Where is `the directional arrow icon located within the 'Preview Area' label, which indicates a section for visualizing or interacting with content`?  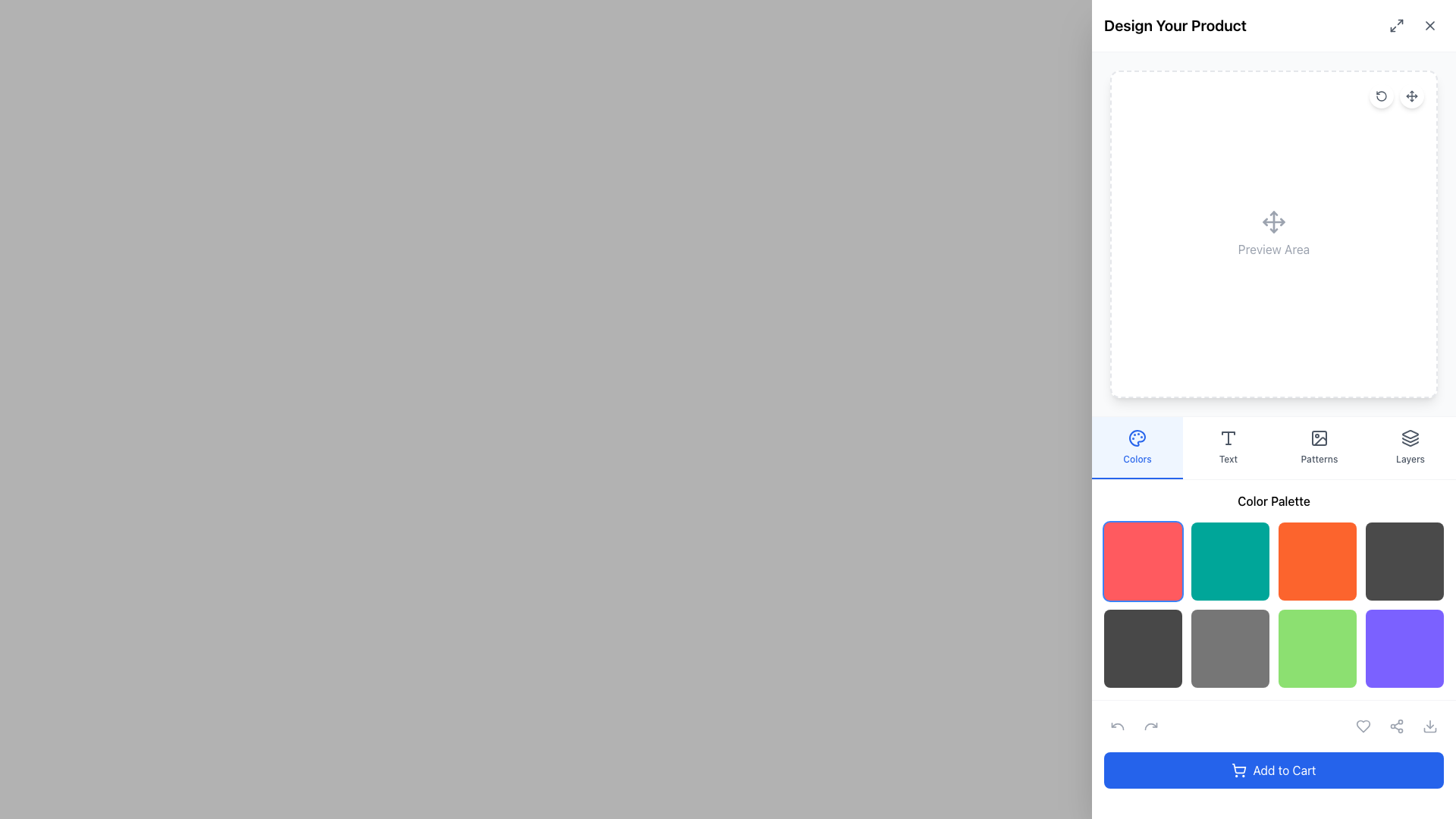 the directional arrow icon located within the 'Preview Area' label, which indicates a section for visualizing or interacting with content is located at coordinates (1274, 234).